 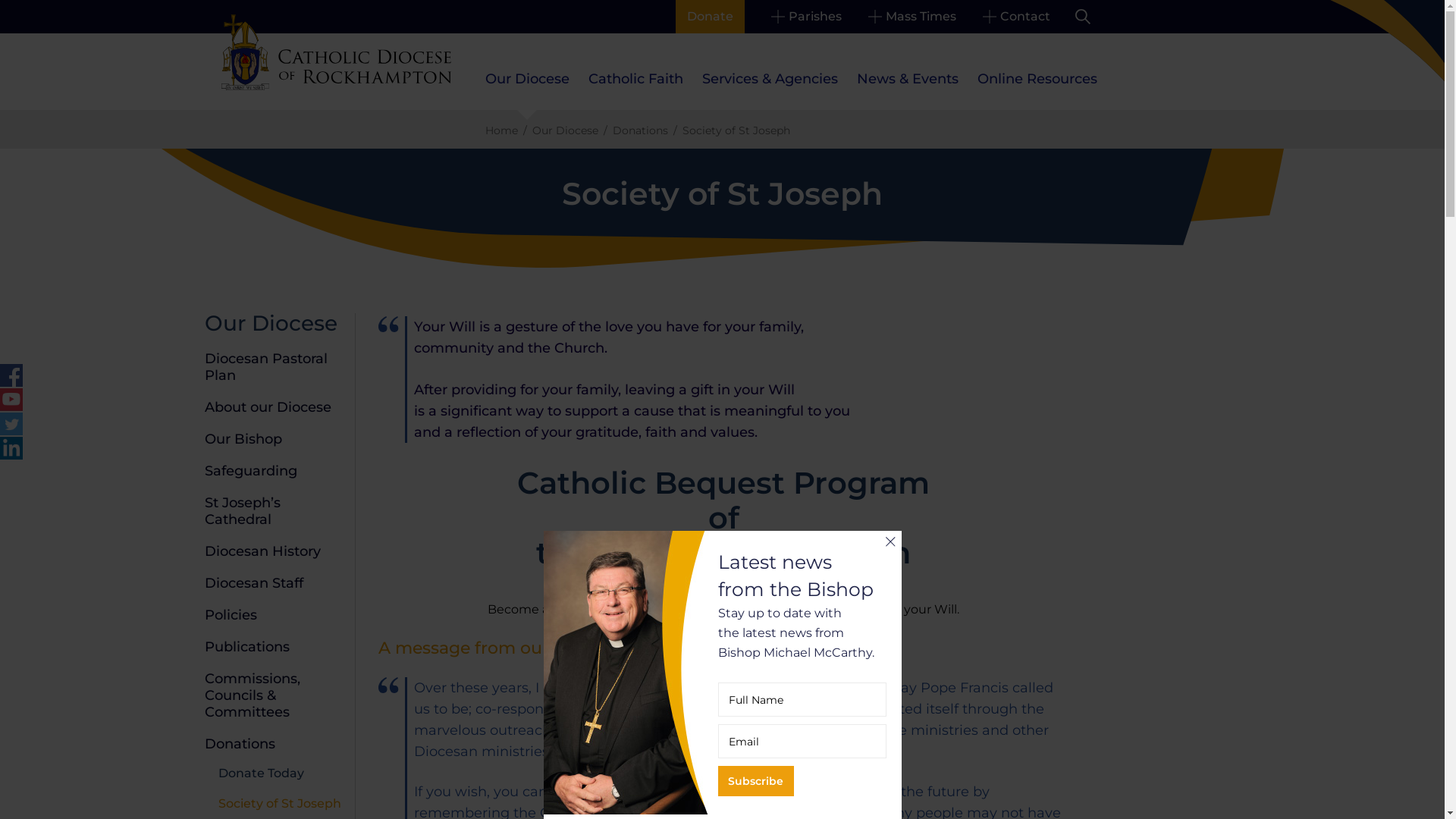 I want to click on 'Commissions, Councils & Committees', so click(x=252, y=695).